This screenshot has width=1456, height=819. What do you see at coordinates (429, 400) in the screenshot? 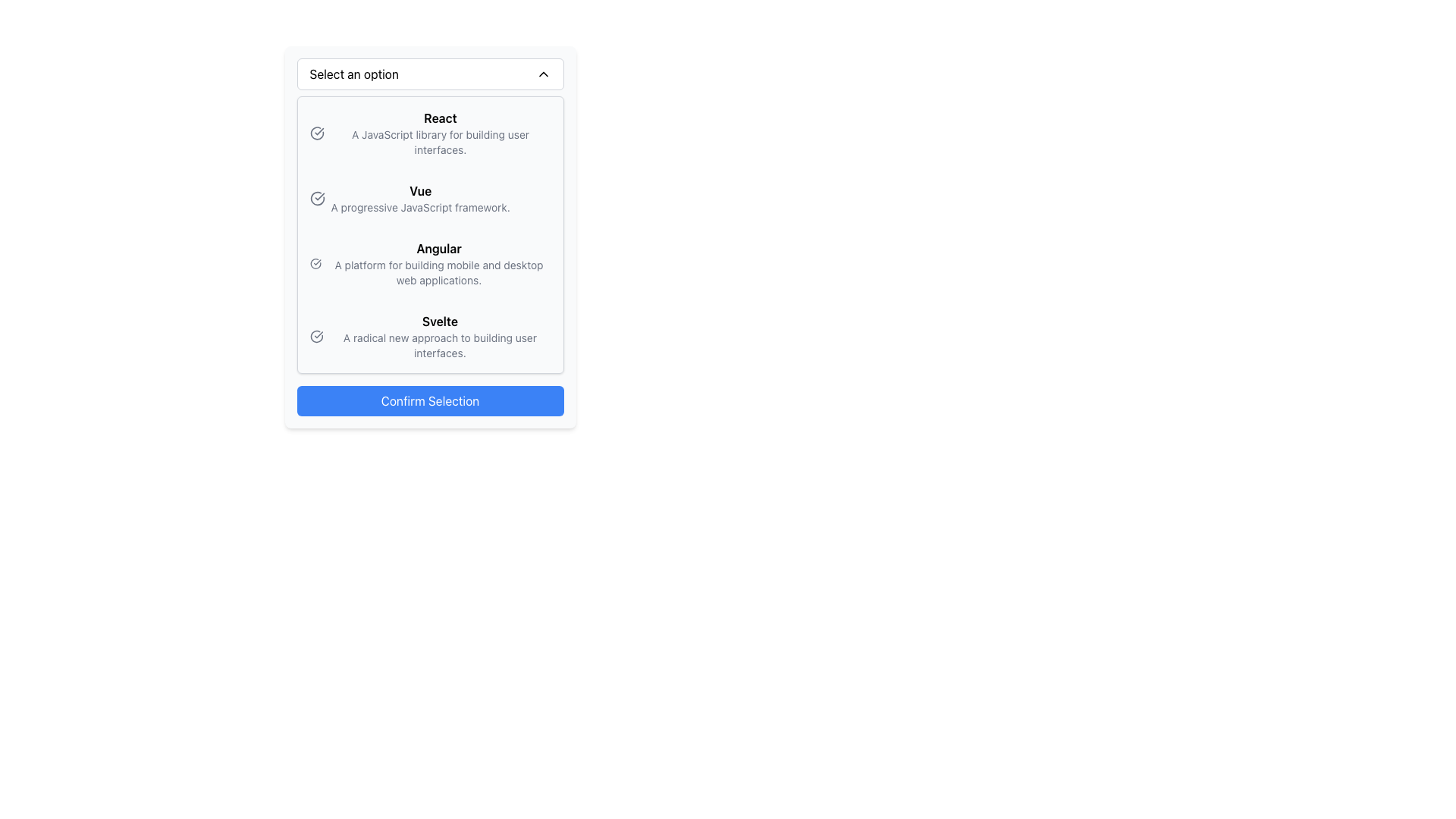
I see `the confirm button located at the bottom of the programming frameworks list` at bounding box center [429, 400].